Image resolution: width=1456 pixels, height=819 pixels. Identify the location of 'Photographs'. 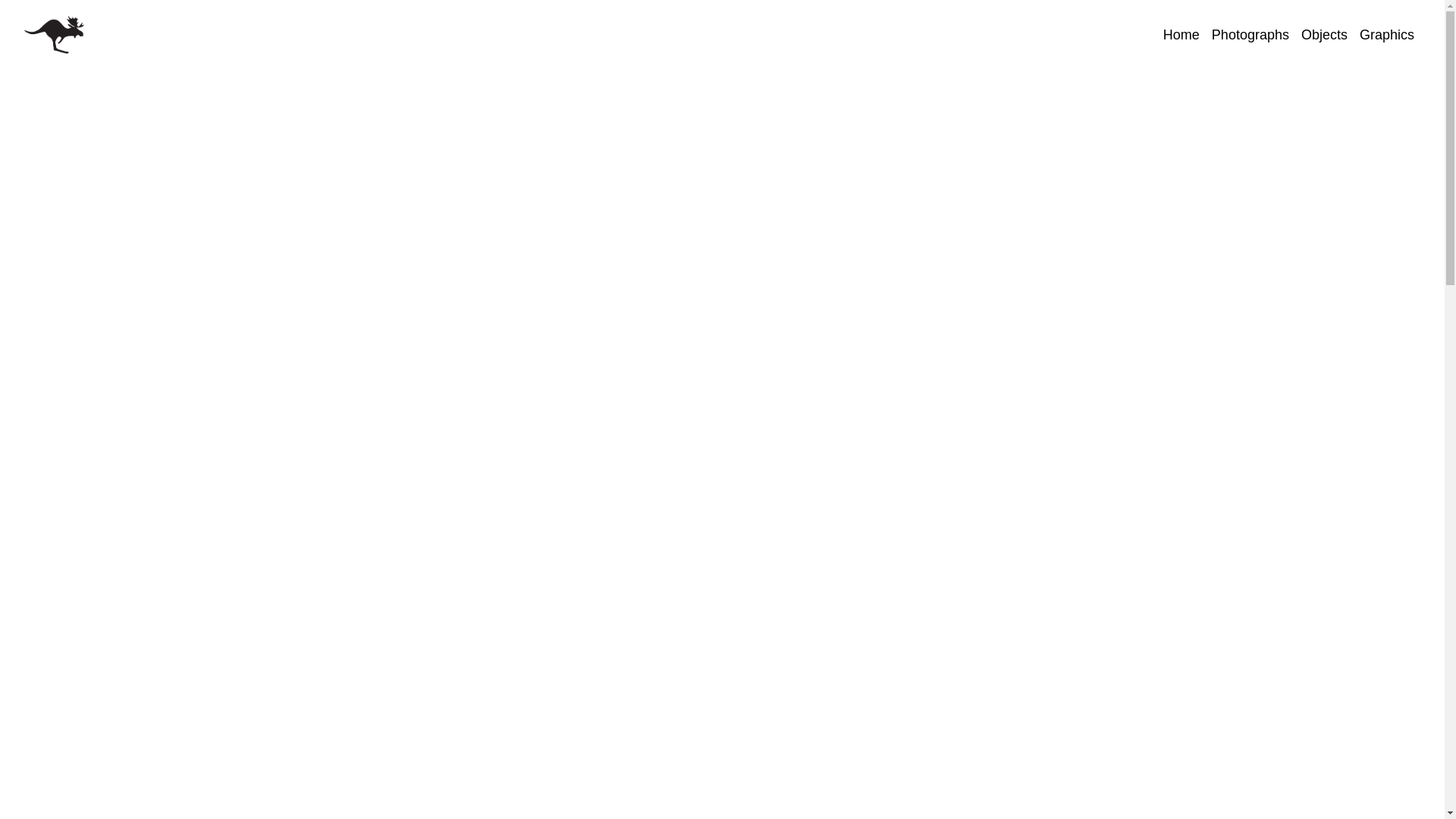
(1250, 34).